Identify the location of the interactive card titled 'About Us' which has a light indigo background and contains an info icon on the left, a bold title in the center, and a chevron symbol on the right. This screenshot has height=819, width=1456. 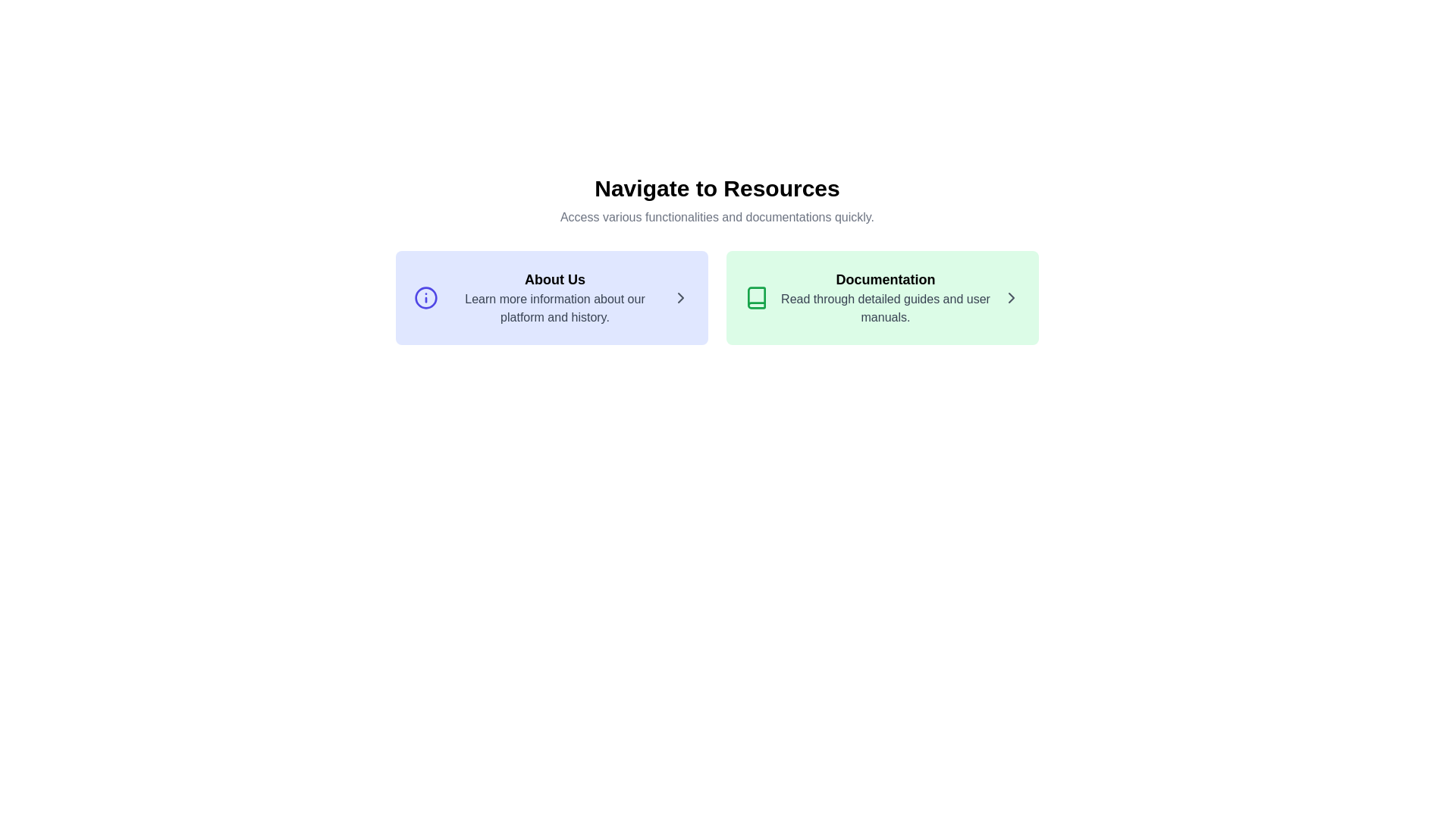
(551, 298).